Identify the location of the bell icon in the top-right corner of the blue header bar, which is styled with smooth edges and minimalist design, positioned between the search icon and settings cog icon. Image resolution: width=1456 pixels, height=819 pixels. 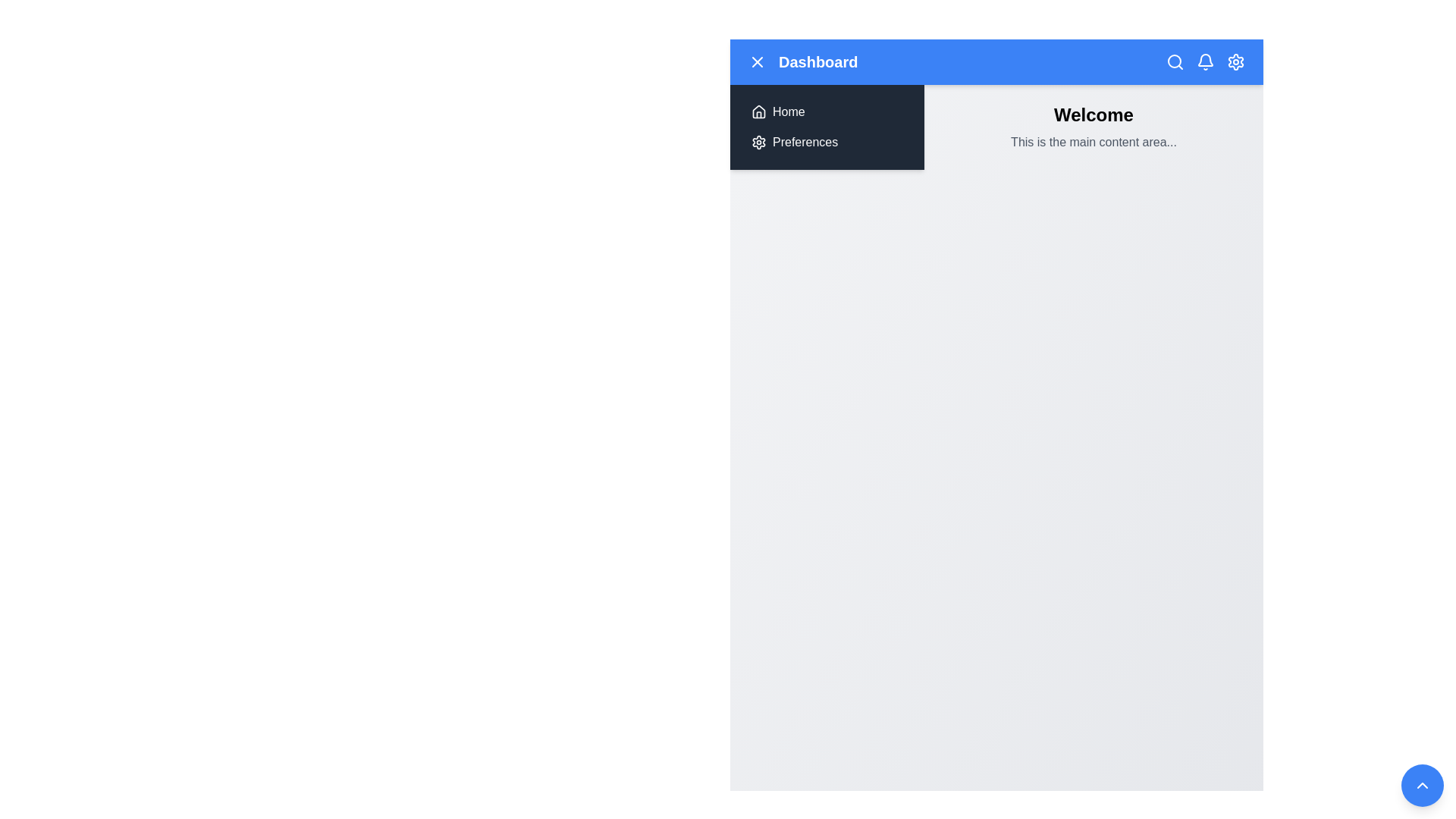
(1204, 59).